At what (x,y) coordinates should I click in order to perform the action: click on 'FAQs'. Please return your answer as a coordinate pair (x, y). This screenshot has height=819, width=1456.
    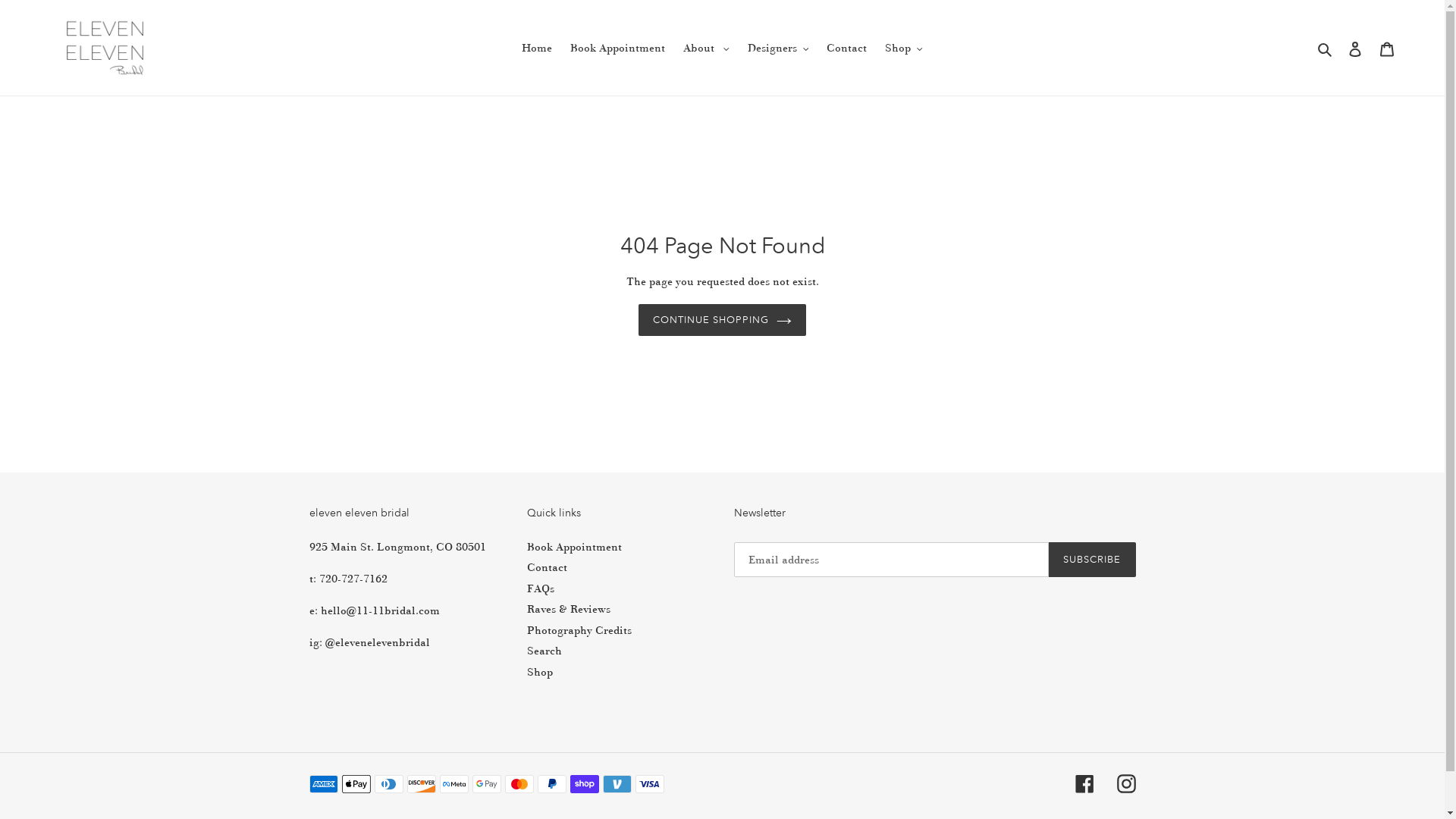
    Looking at the image, I should click on (541, 587).